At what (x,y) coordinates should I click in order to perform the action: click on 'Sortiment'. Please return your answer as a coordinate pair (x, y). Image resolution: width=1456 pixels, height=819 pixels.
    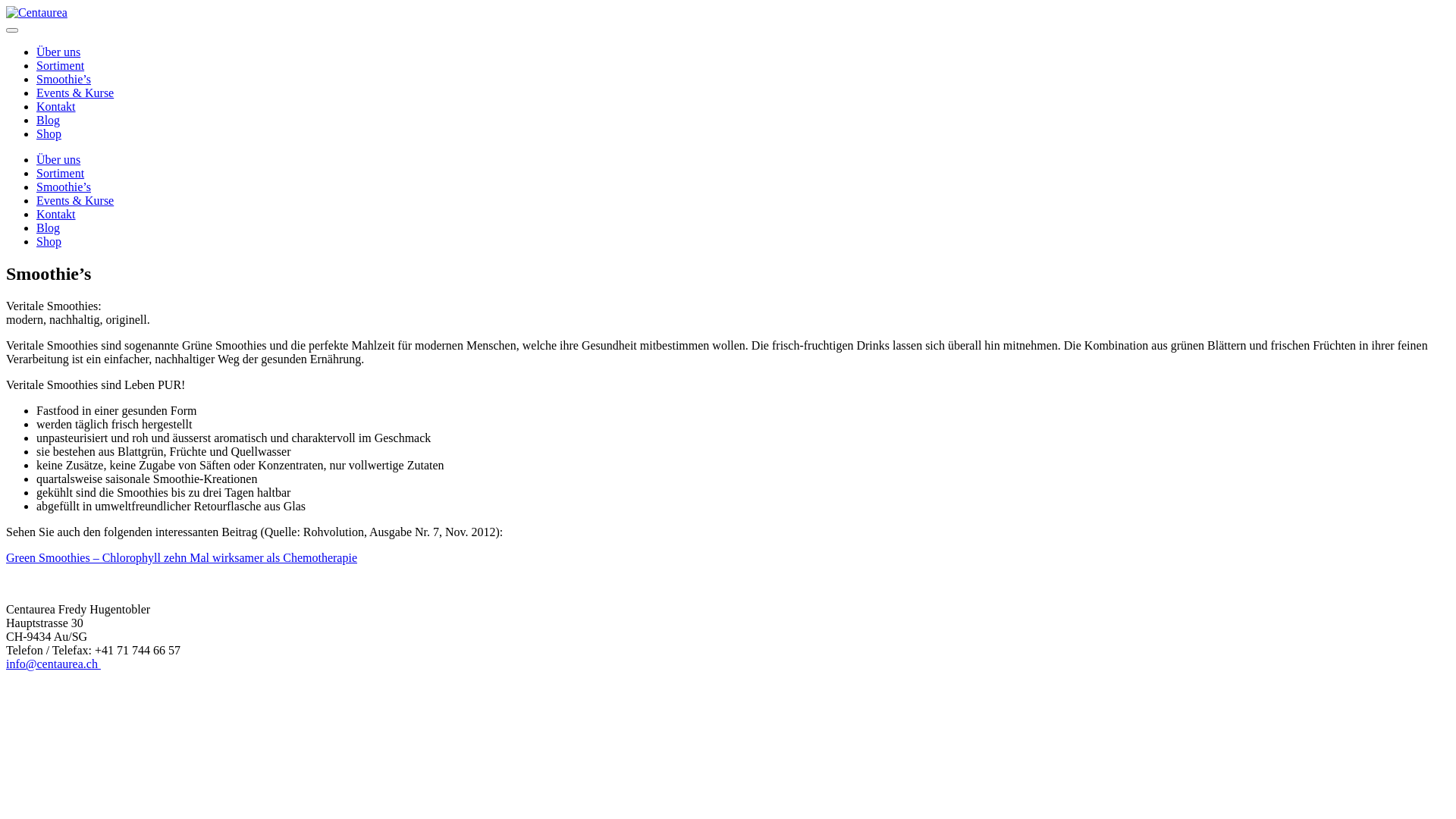
    Looking at the image, I should click on (60, 172).